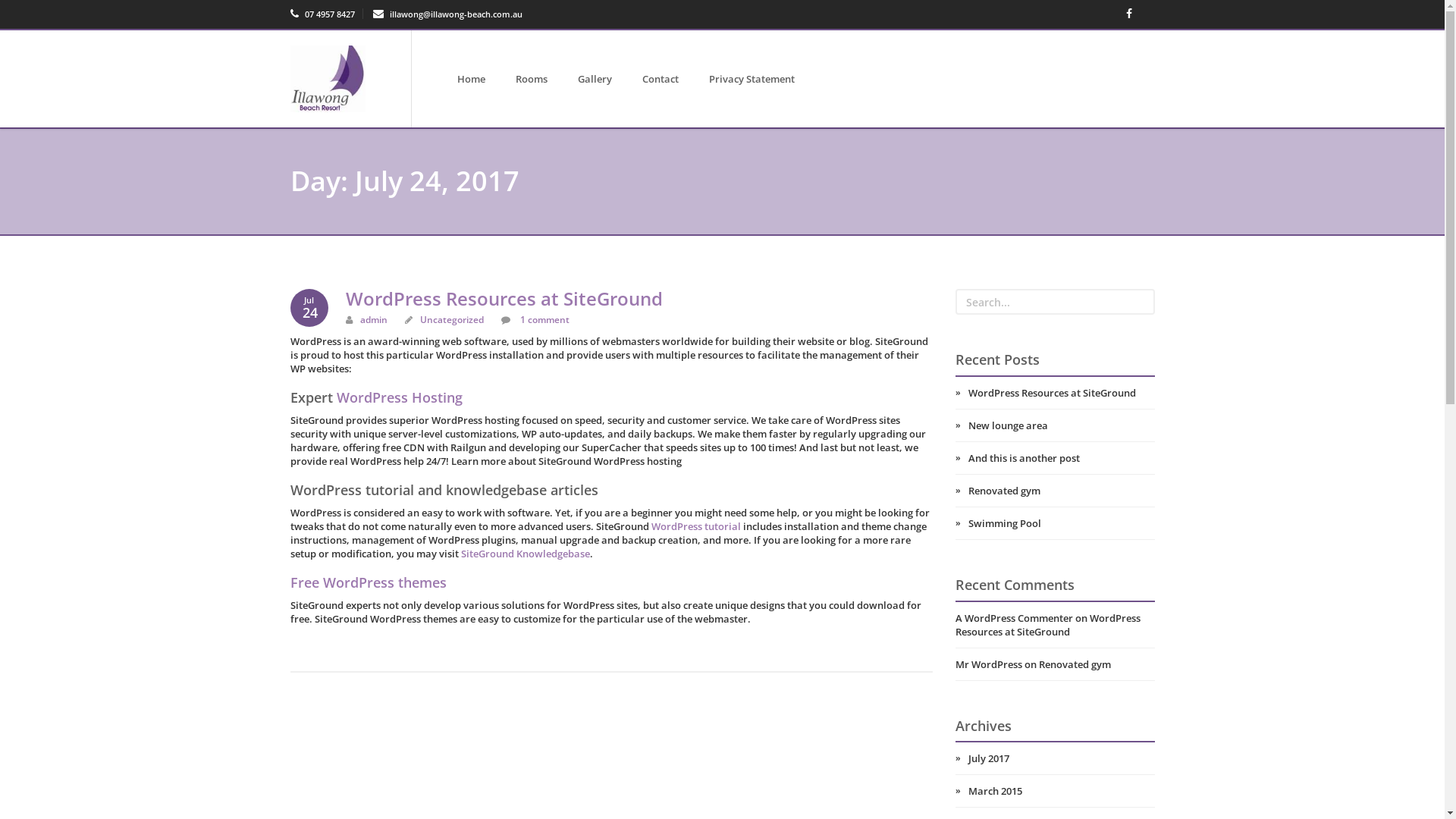 Image resolution: width=1456 pixels, height=819 pixels. I want to click on 'Rooms', so click(531, 79).